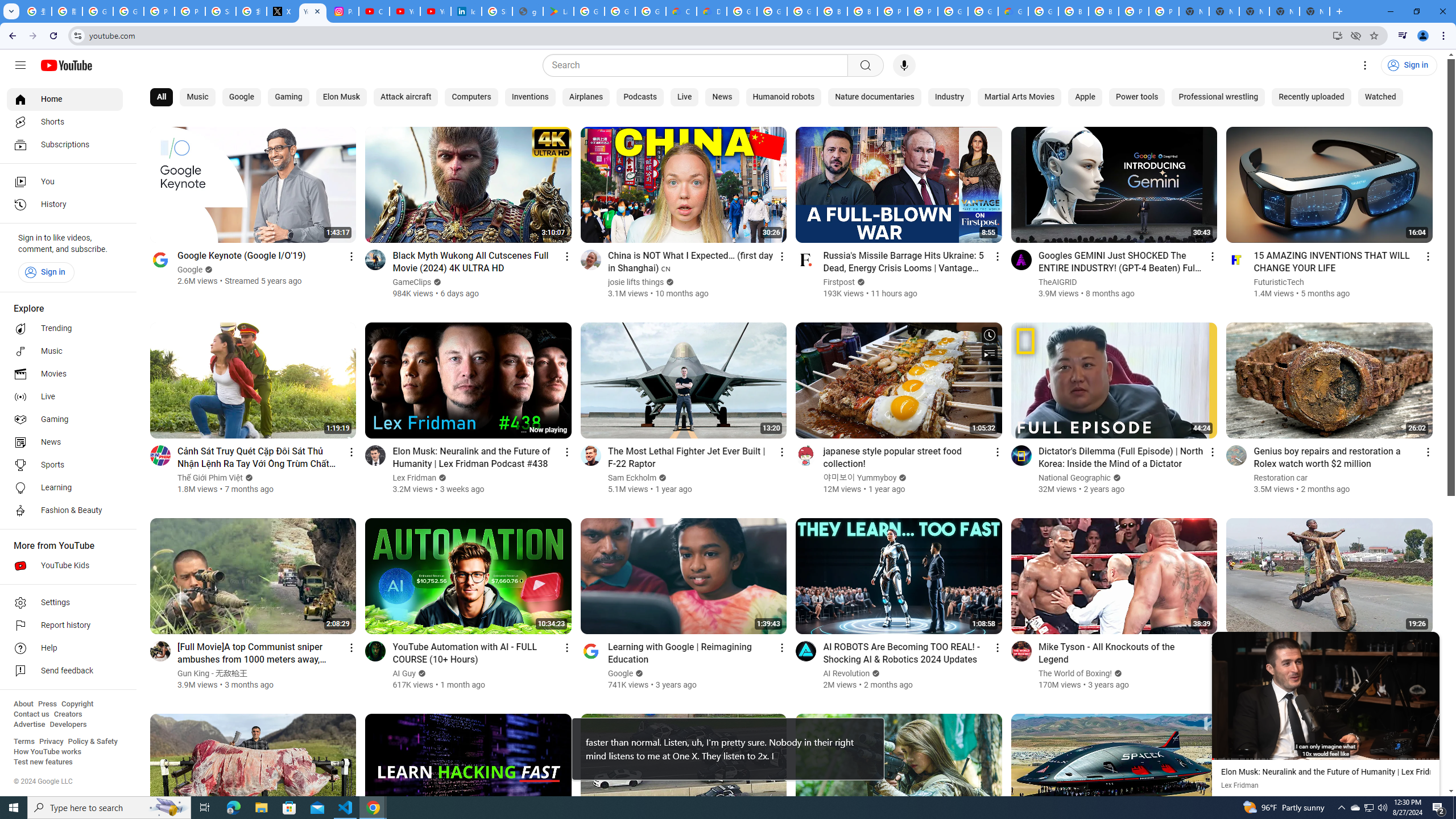  What do you see at coordinates (28, 723) in the screenshot?
I see `'Advertise'` at bounding box center [28, 723].